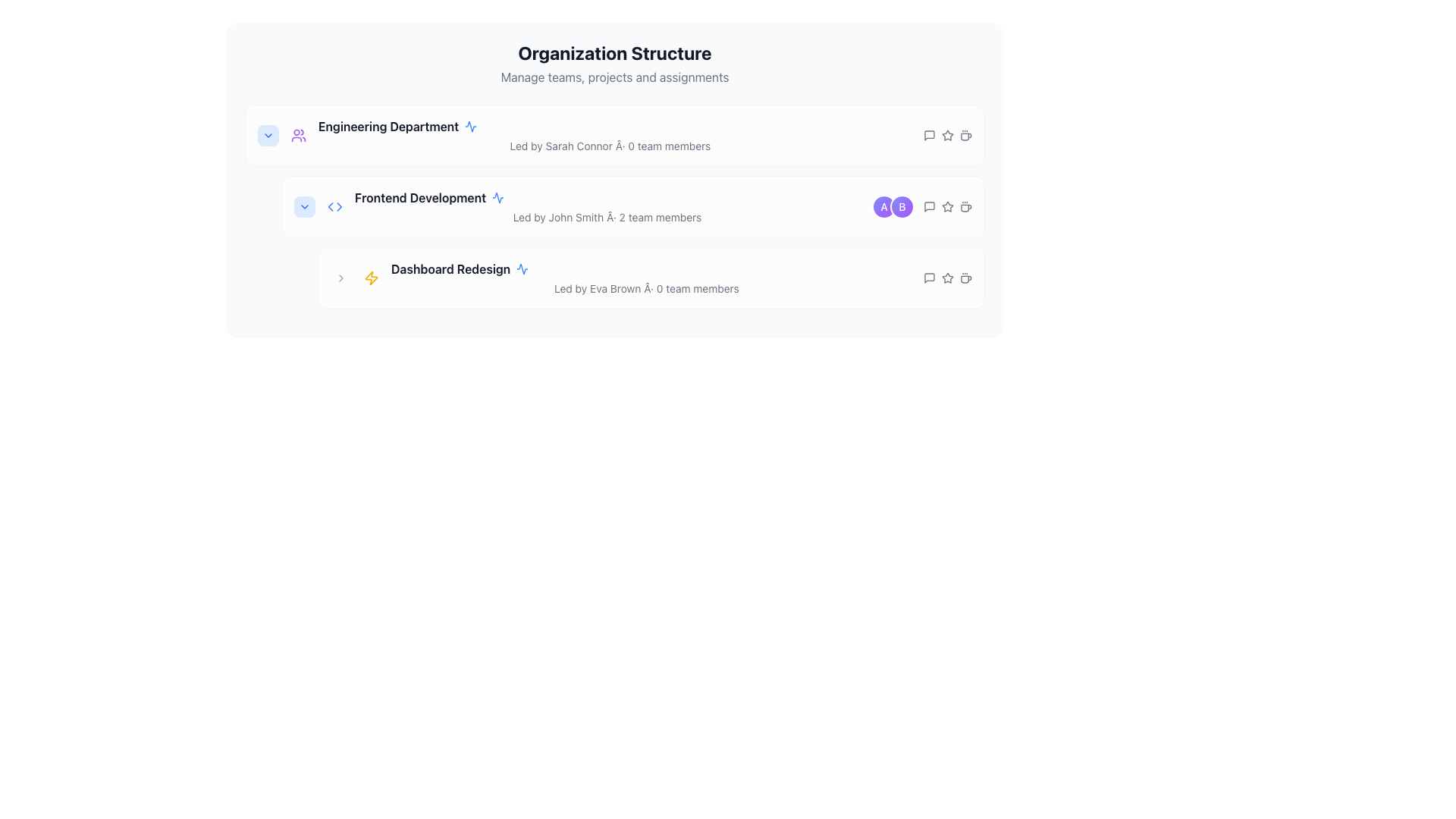 The image size is (1456, 819). Describe the element at coordinates (615, 134) in the screenshot. I see `information card summarizing the 'Engineering Department,' which is the first item in the vertical list of organizational units on the main interface` at that location.